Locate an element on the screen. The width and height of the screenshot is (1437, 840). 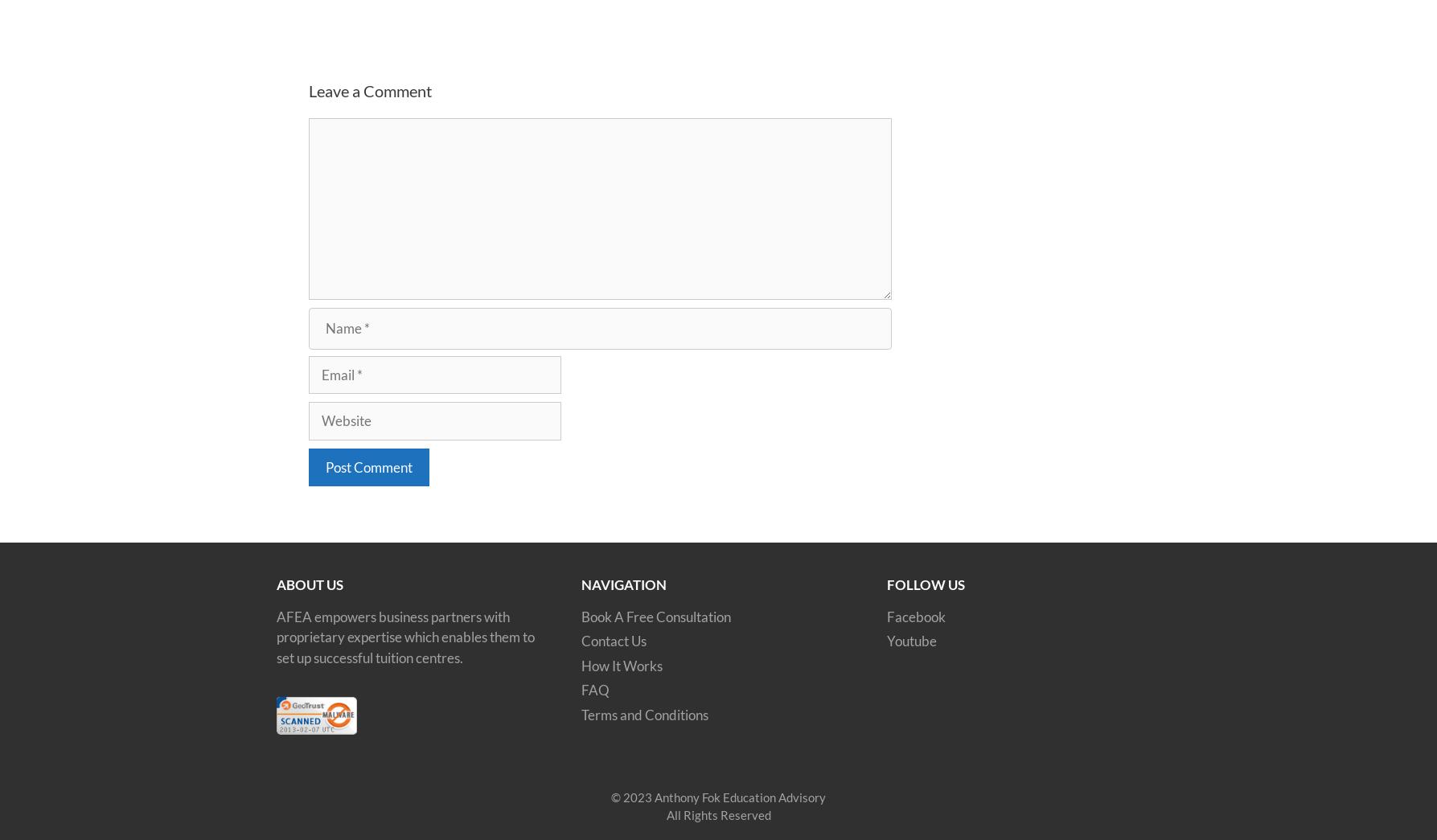
'All Rights Reserved' is located at coordinates (717, 814).